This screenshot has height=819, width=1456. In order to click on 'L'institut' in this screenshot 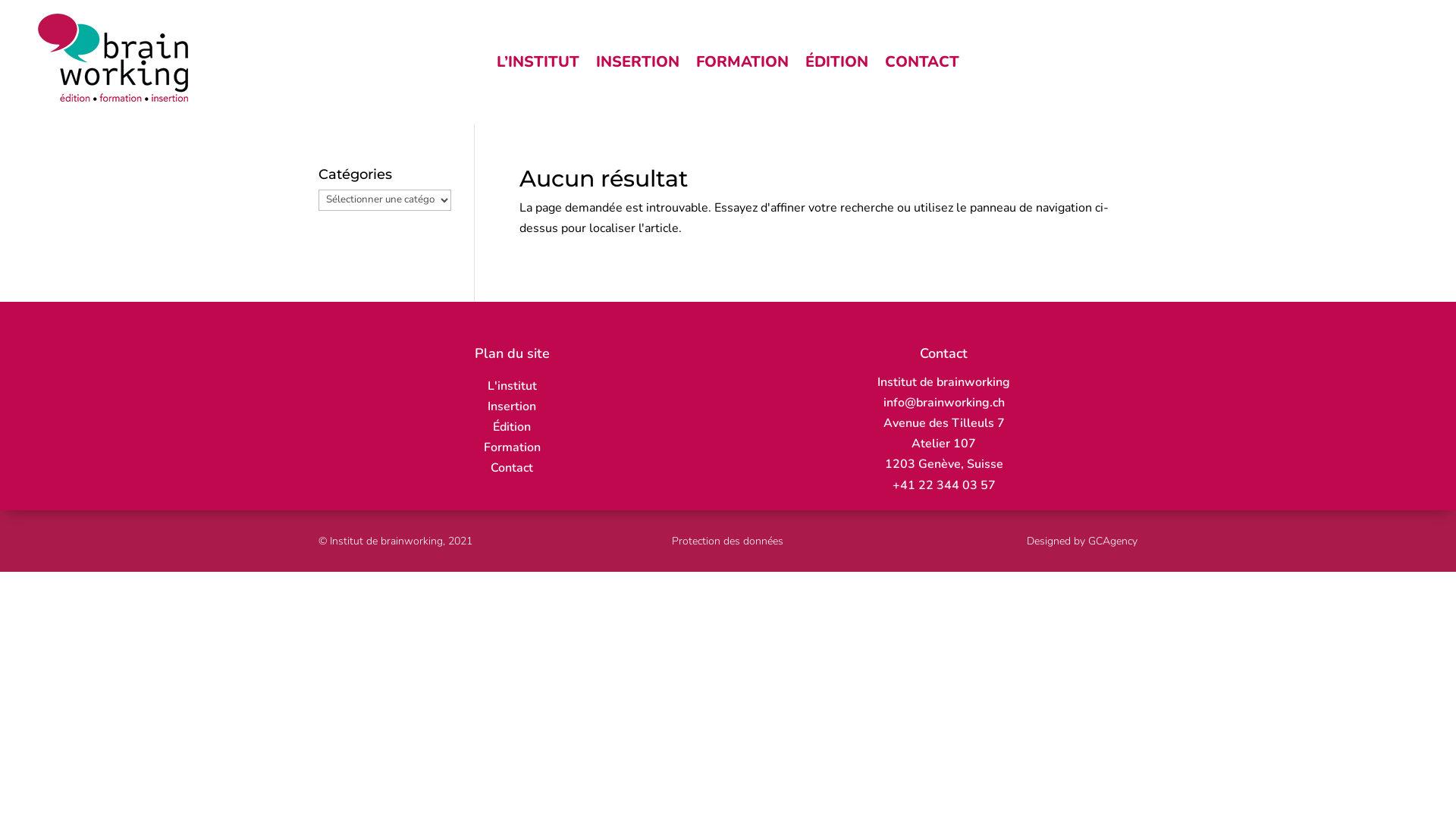, I will do `click(512, 385)`.